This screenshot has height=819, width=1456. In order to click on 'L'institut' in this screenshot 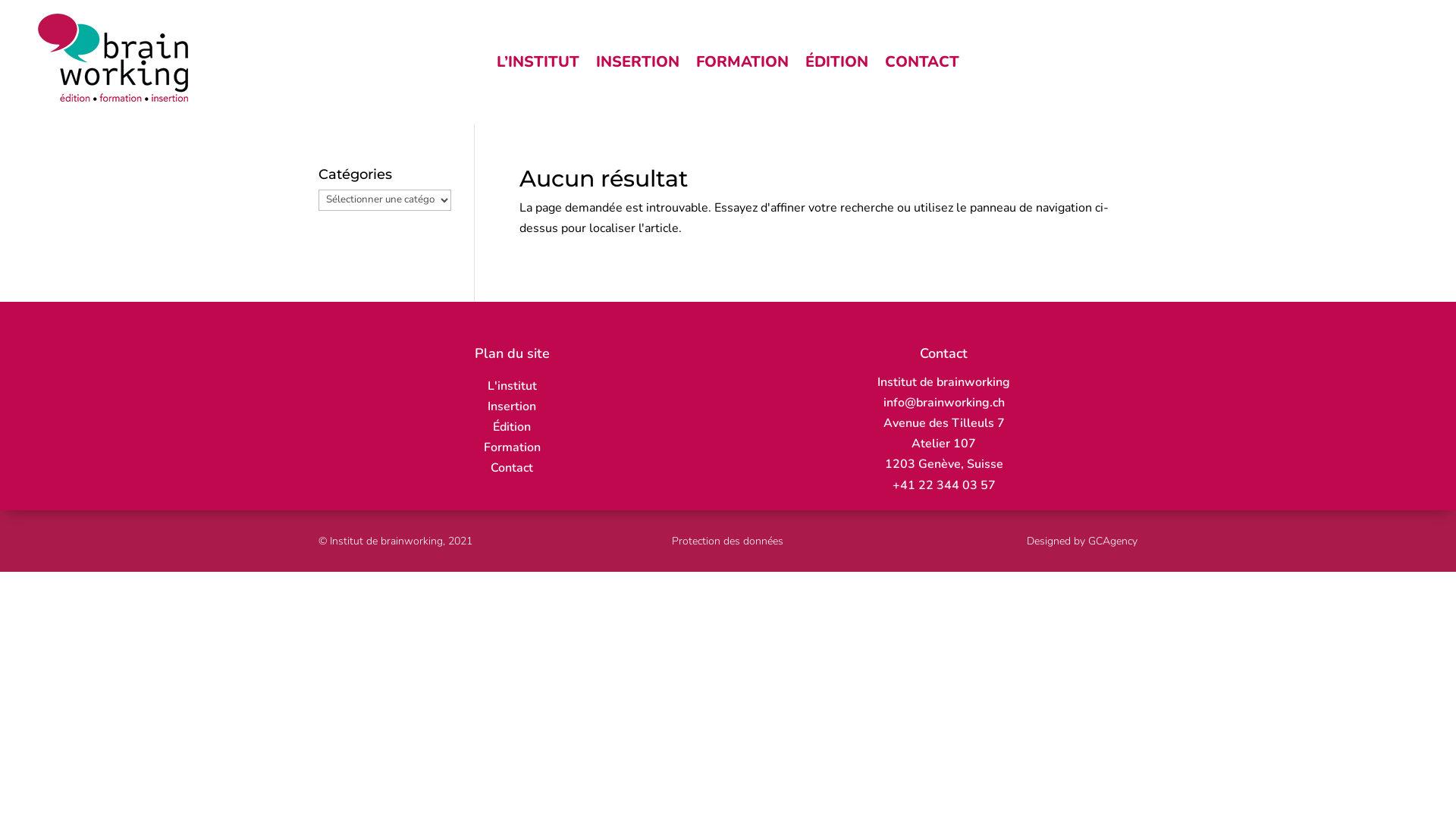, I will do `click(512, 385)`.